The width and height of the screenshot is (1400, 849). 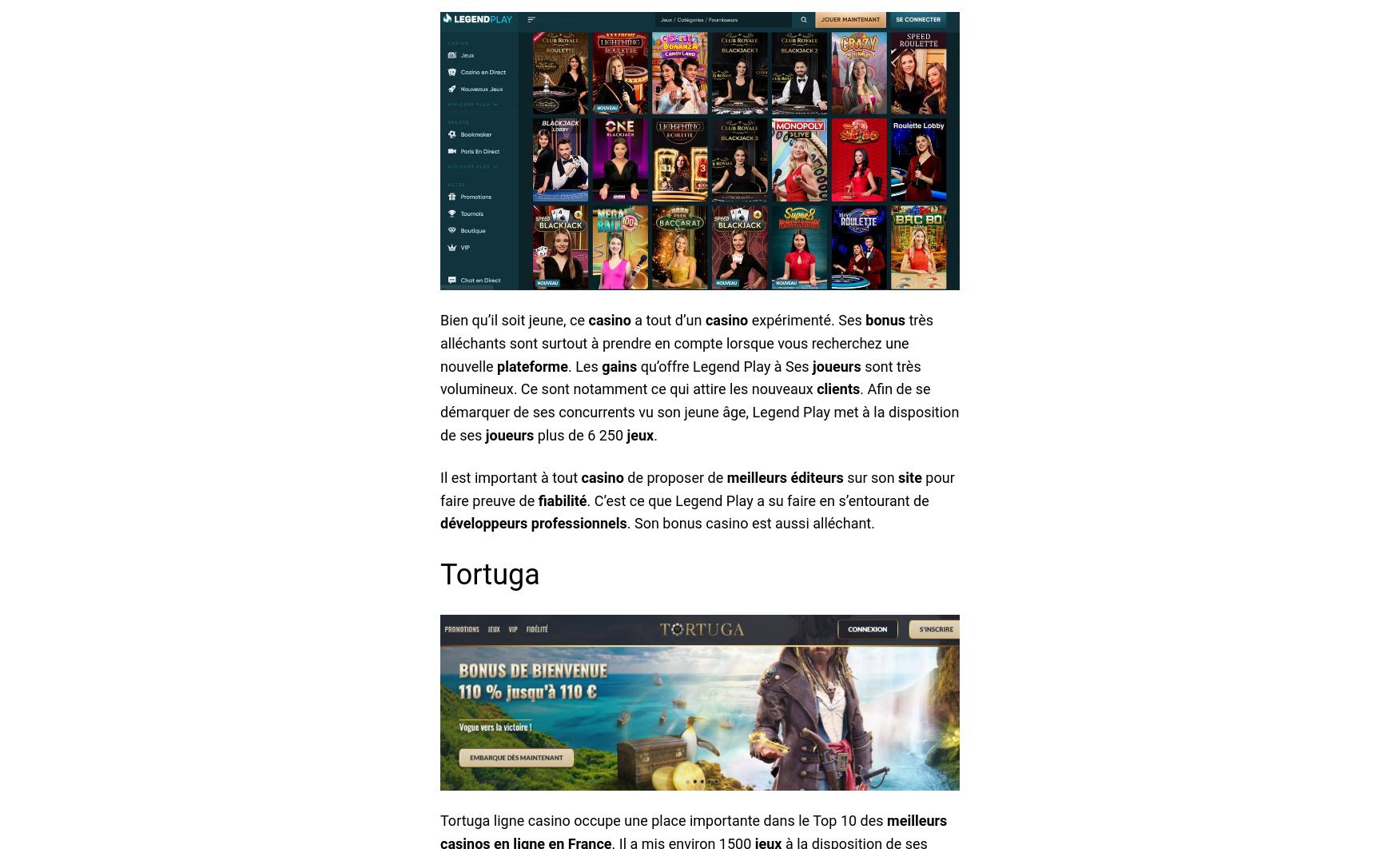 I want to click on '. Afin de se démarquer de ses concurrents vu son jeune âge, Legend Play met à la disposition de ses', so click(x=698, y=410).